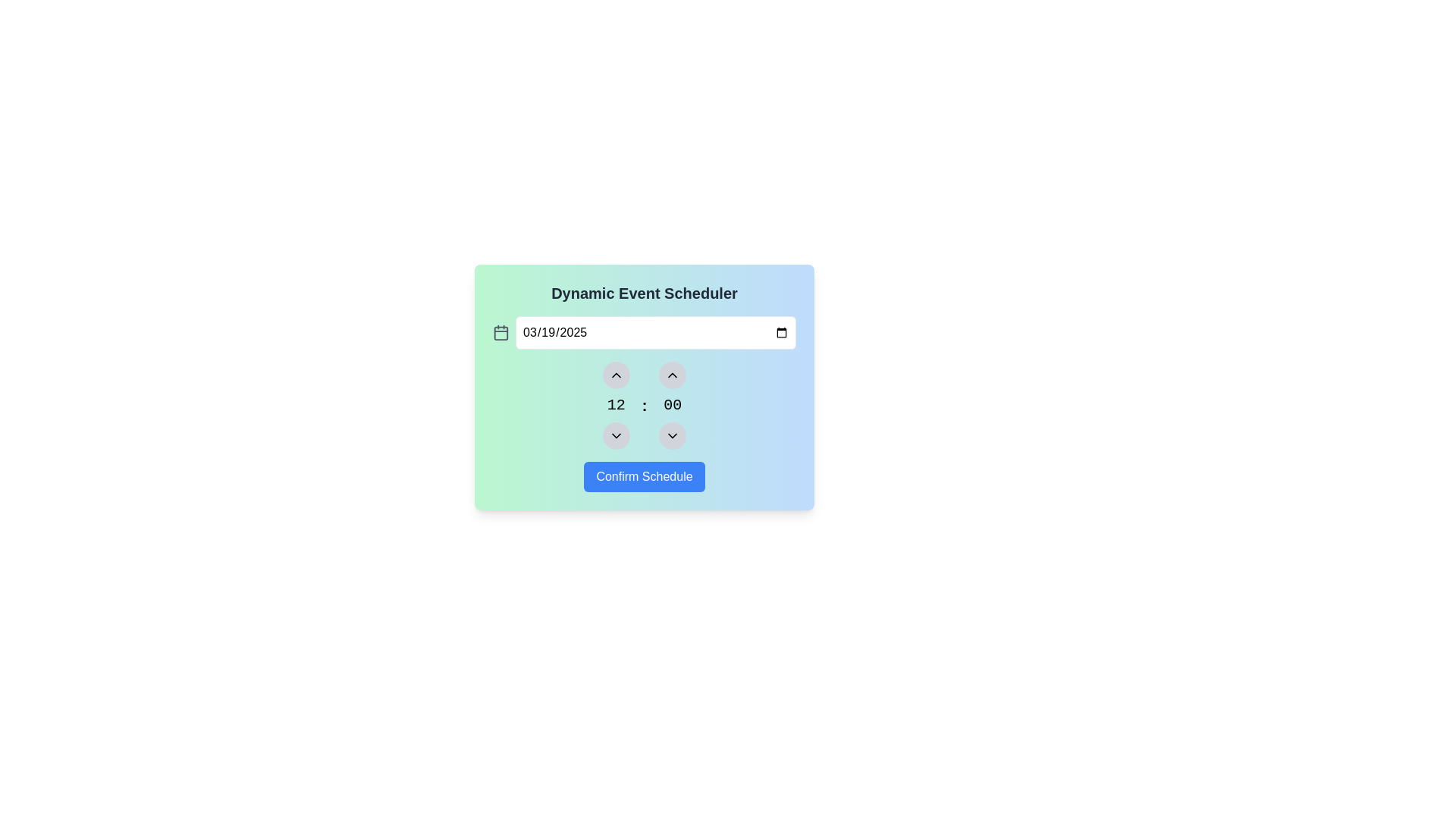 The height and width of the screenshot is (819, 1456). Describe the element at coordinates (616, 405) in the screenshot. I see `the text display component that shows the value '12', which is styled in a larger monospaced font and is positioned between two circular buttons with arrow icons` at that location.